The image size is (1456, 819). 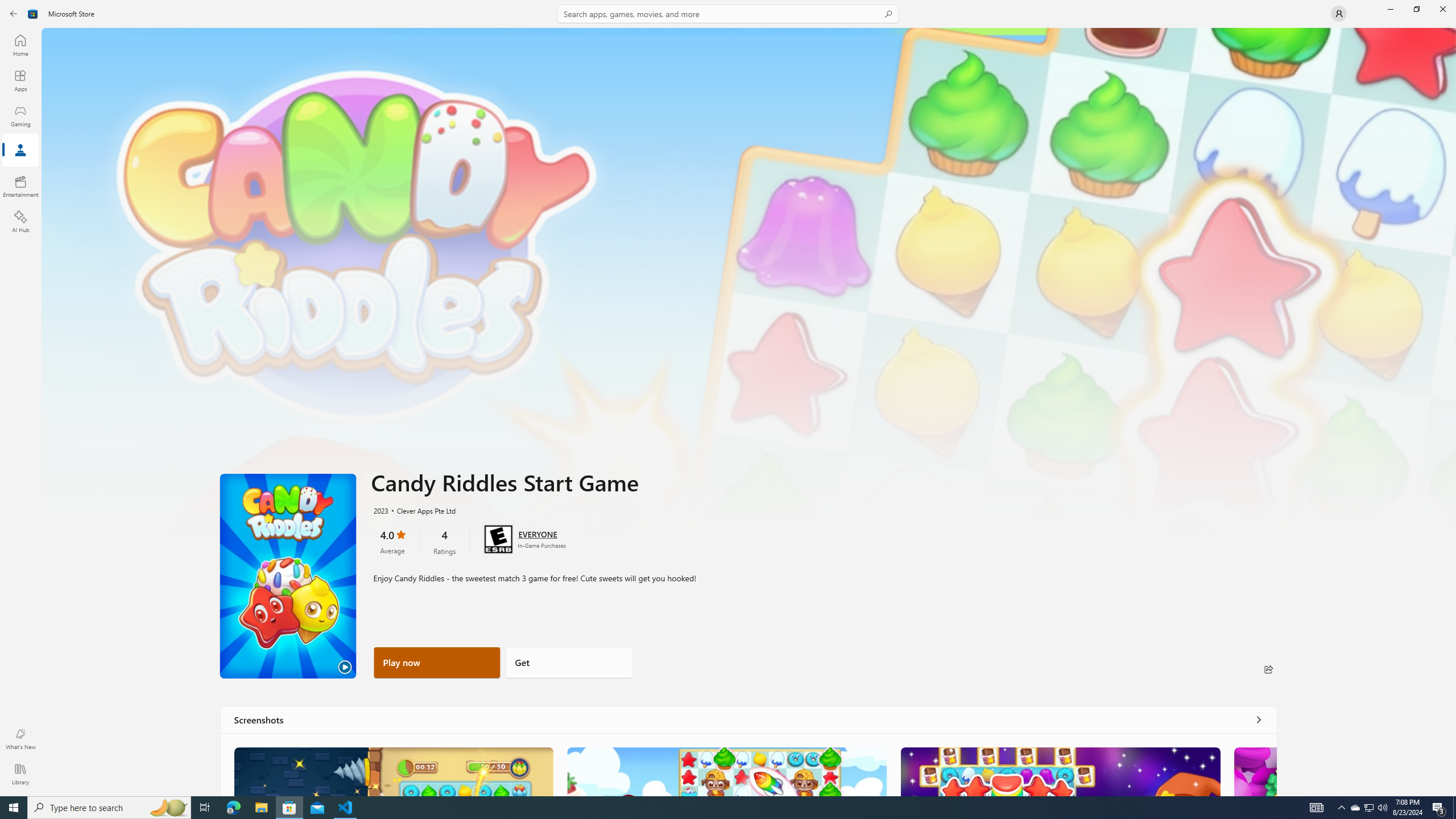 What do you see at coordinates (19, 773) in the screenshot?
I see `'Library'` at bounding box center [19, 773].